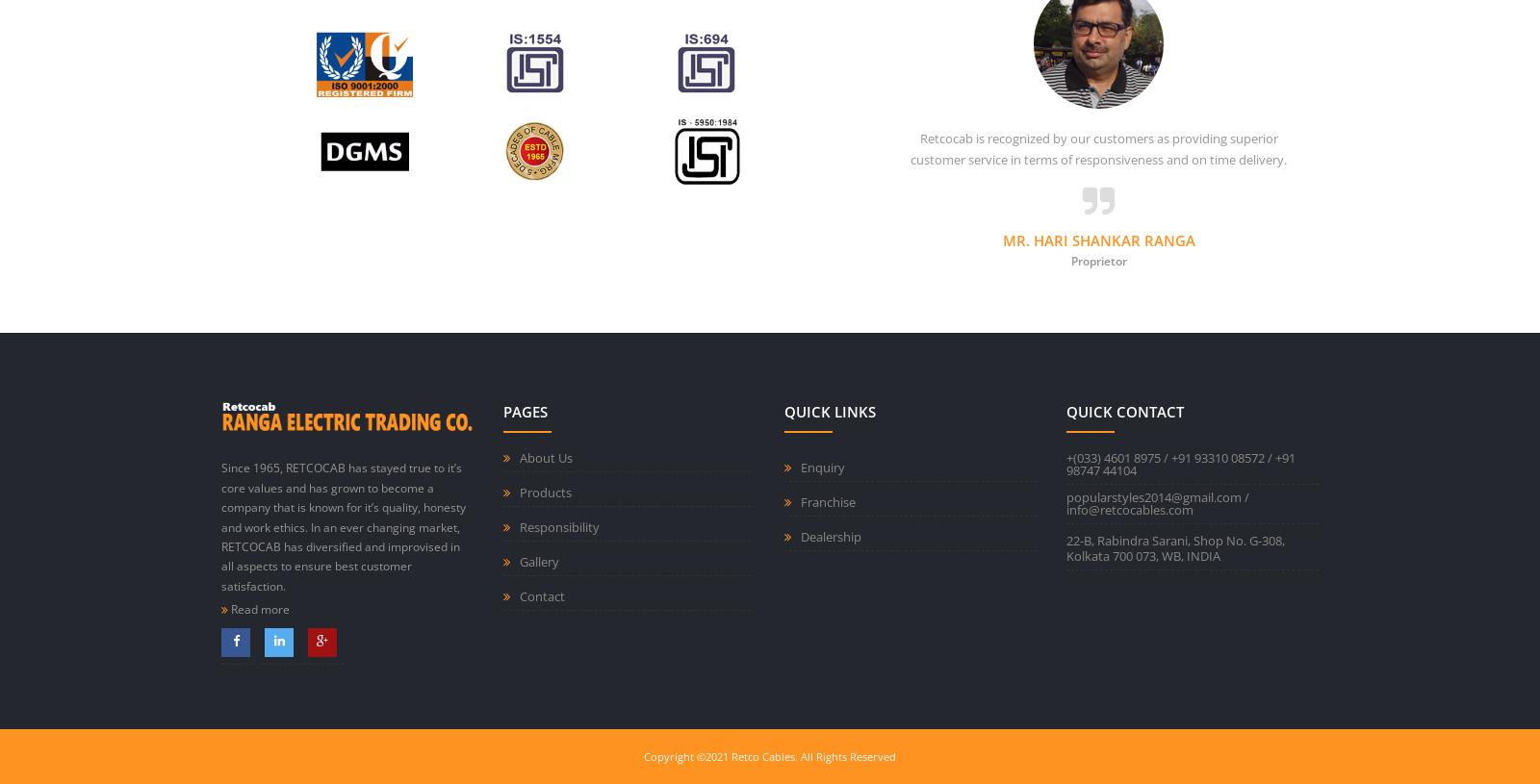 Image resolution: width=1540 pixels, height=784 pixels. What do you see at coordinates (500, 412) in the screenshot?
I see `'Pages'` at bounding box center [500, 412].